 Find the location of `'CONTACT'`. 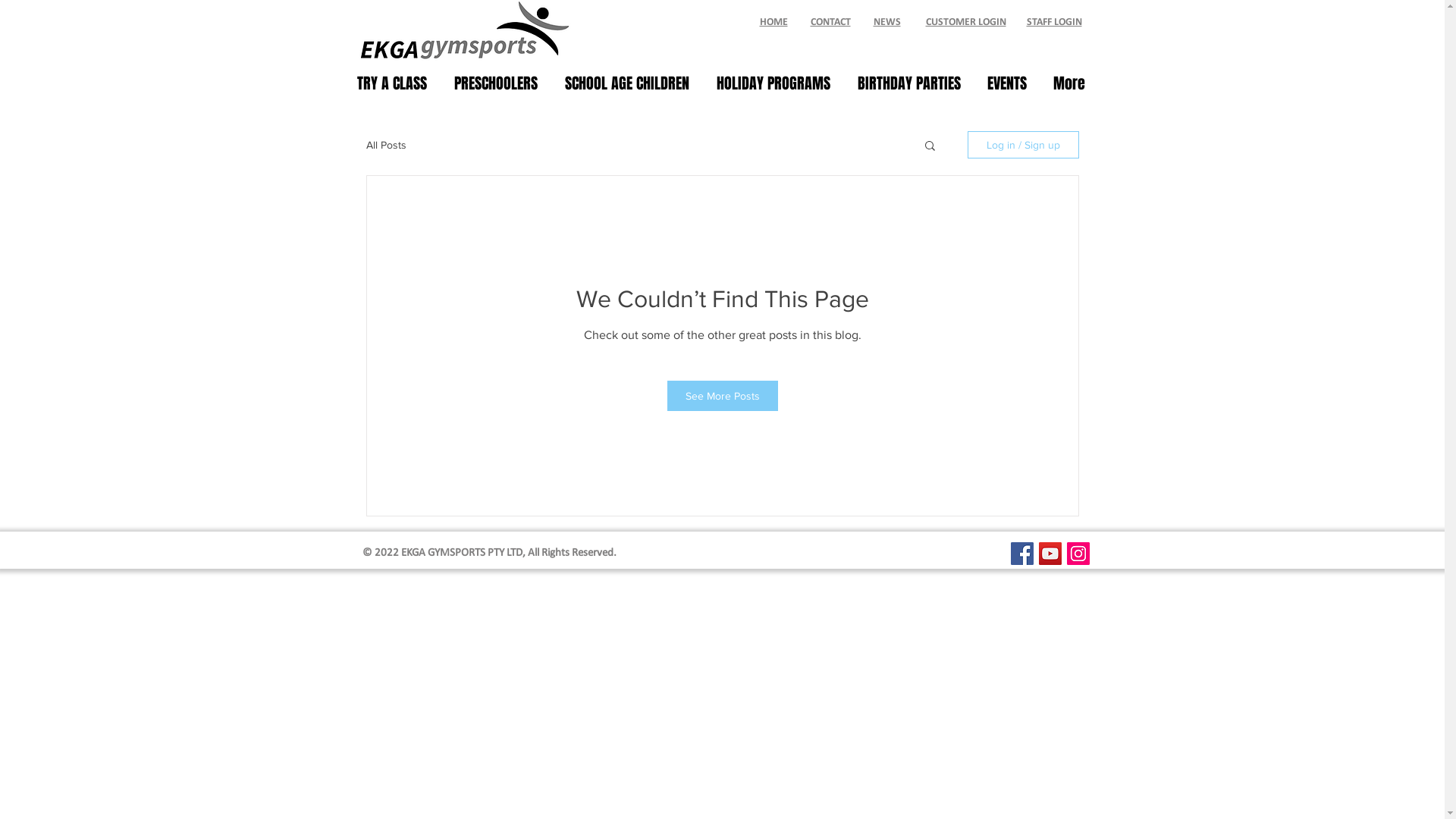

'CONTACT' is located at coordinates (829, 22).